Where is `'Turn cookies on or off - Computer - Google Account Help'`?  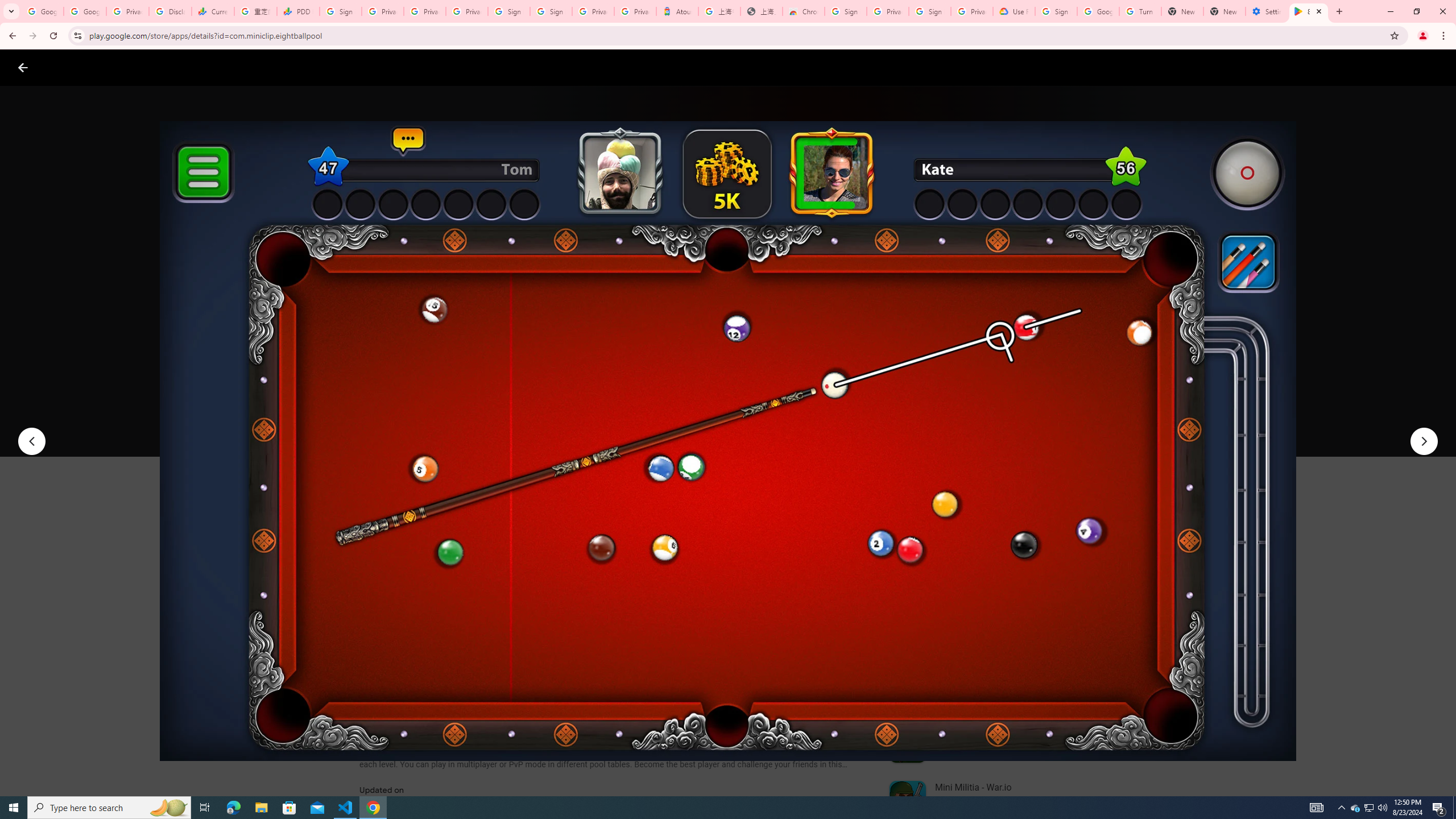
'Turn cookies on or off - Computer - Google Account Help' is located at coordinates (1139, 11).